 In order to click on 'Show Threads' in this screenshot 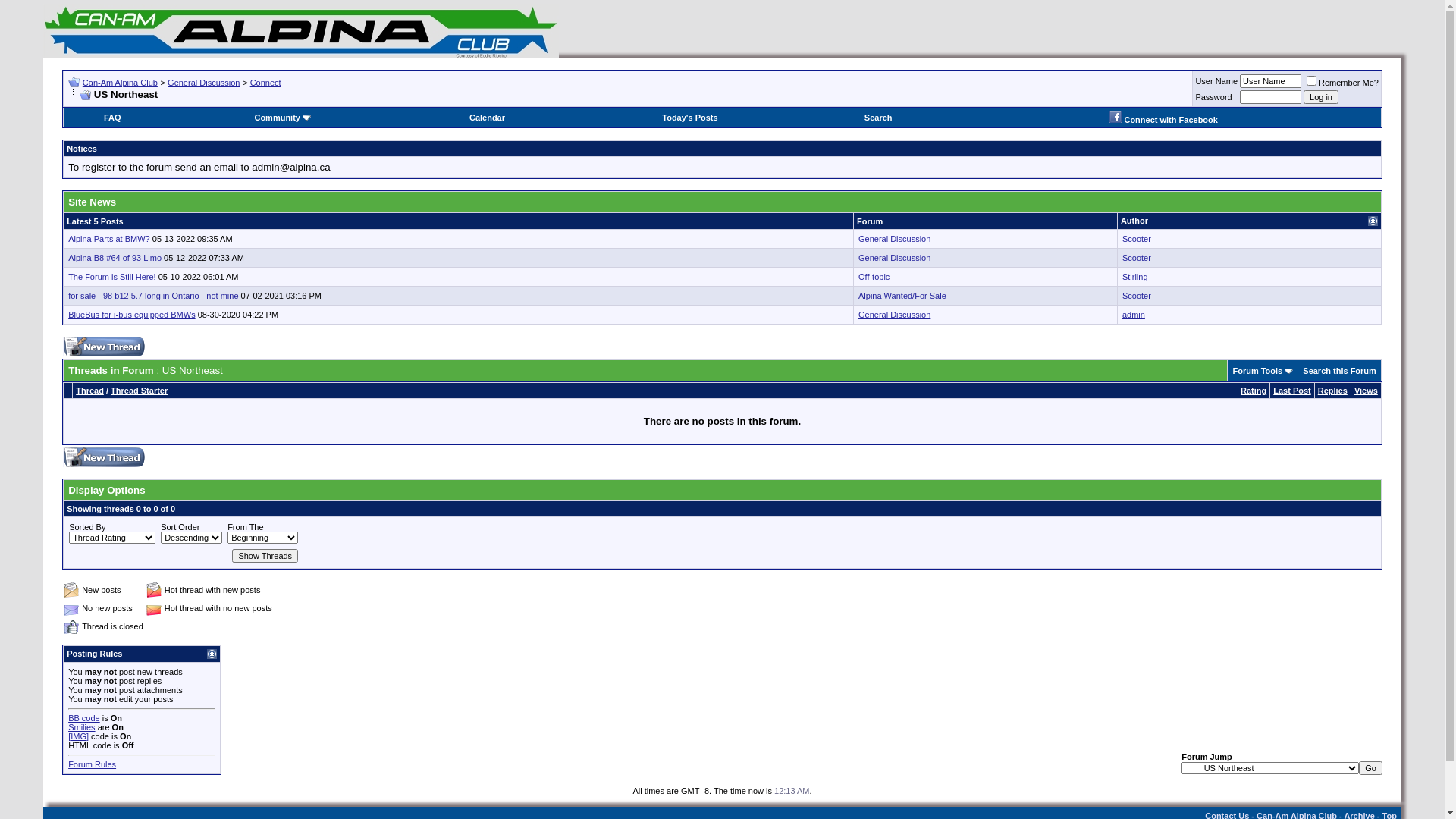, I will do `click(265, 555)`.